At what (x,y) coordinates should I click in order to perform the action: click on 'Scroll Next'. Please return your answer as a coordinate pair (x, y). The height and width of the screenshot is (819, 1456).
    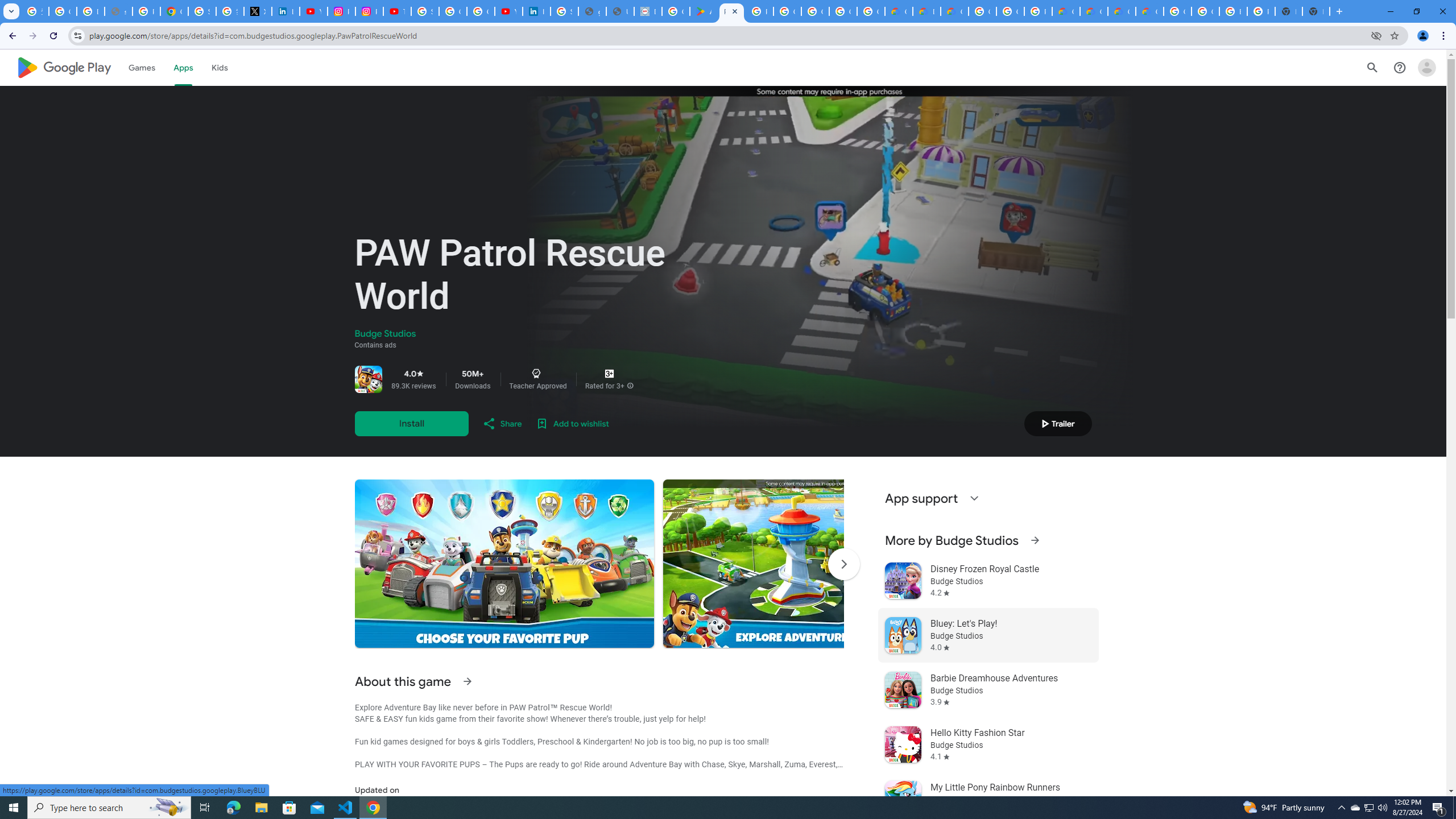
    Looking at the image, I should click on (843, 564).